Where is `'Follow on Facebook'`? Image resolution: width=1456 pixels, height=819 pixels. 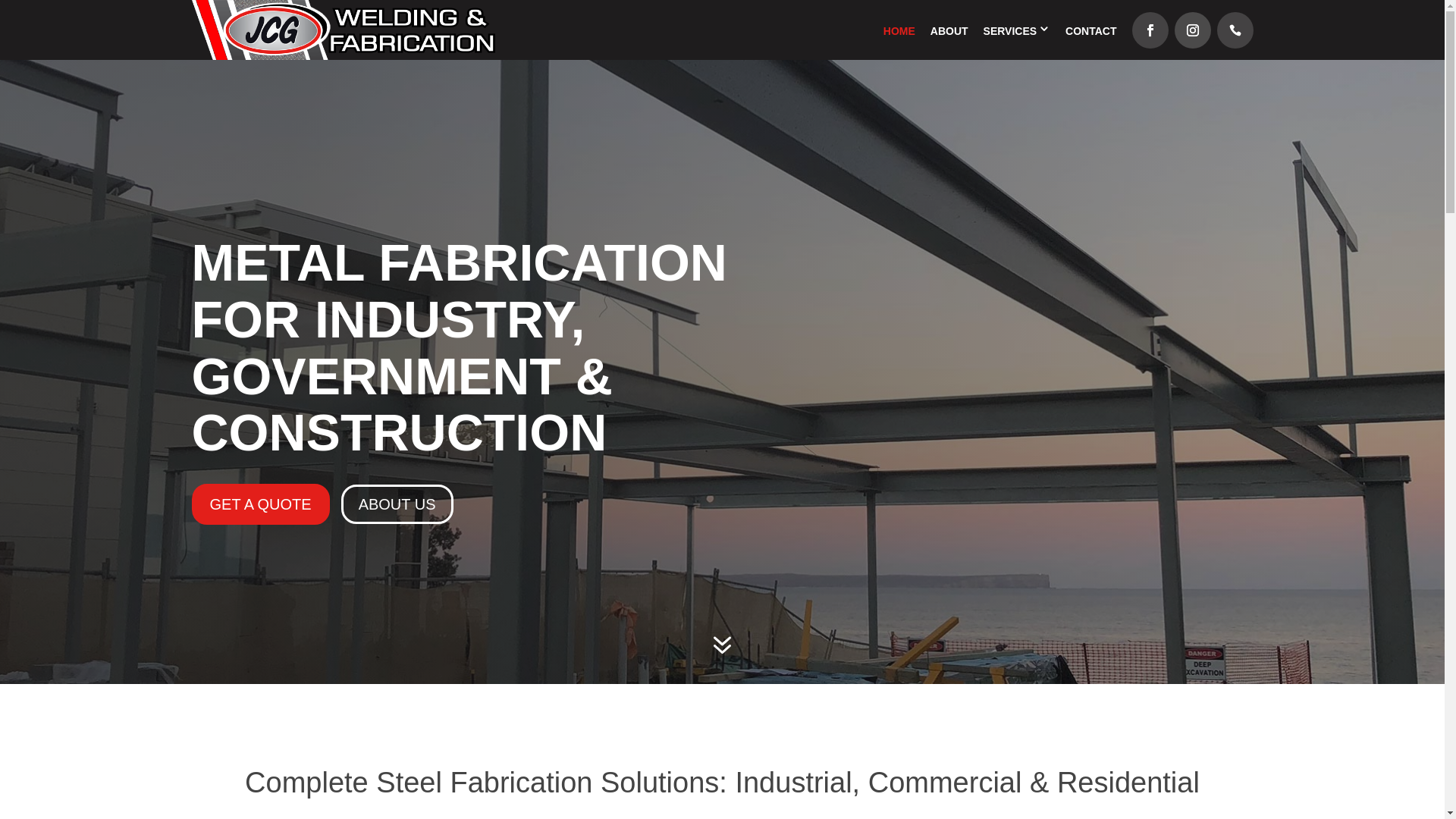
'Follow on Facebook' is located at coordinates (1150, 30).